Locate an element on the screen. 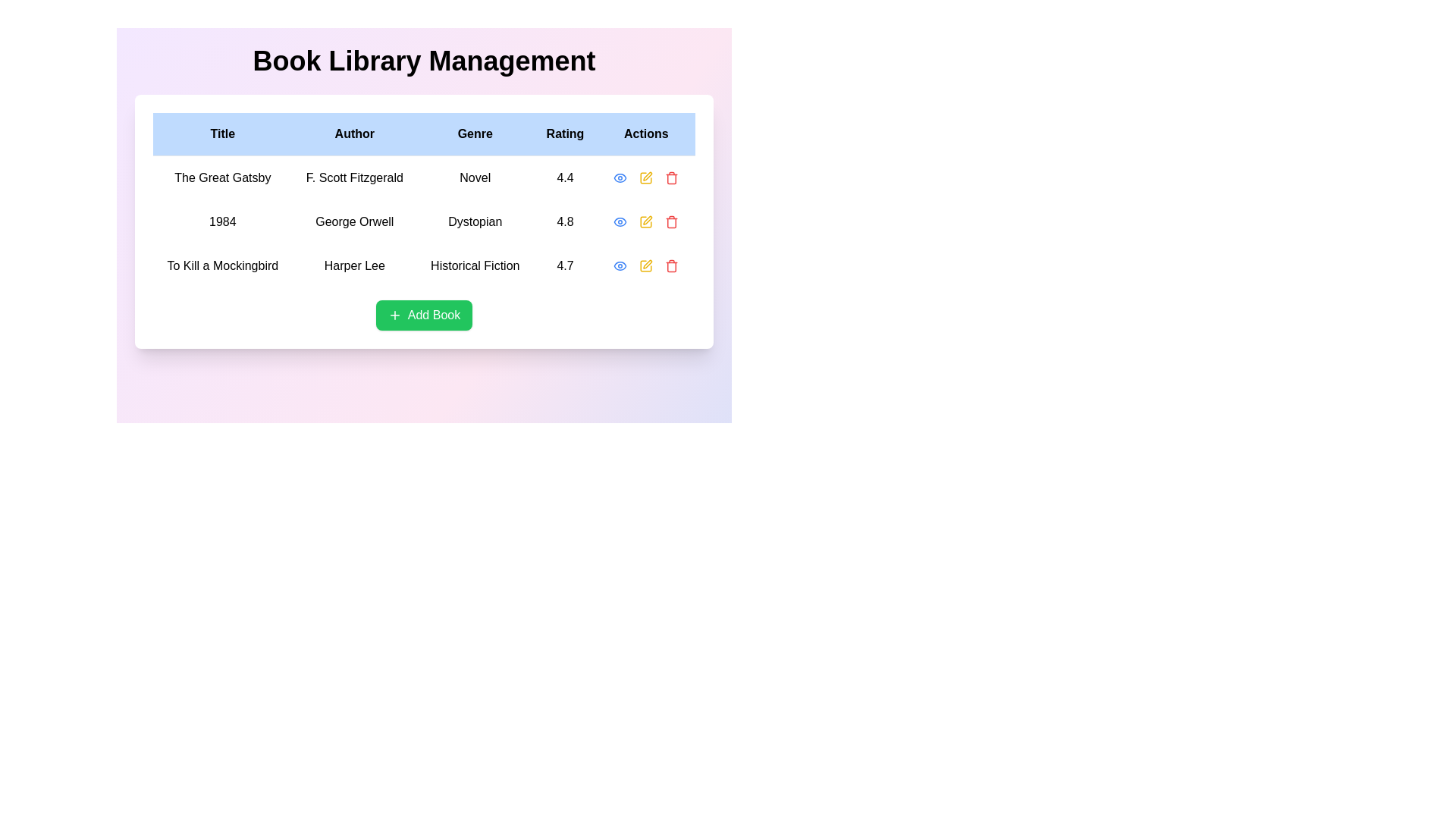  the text label representing the title of a book in the second row of the table under the 'Title' column is located at coordinates (221, 222).